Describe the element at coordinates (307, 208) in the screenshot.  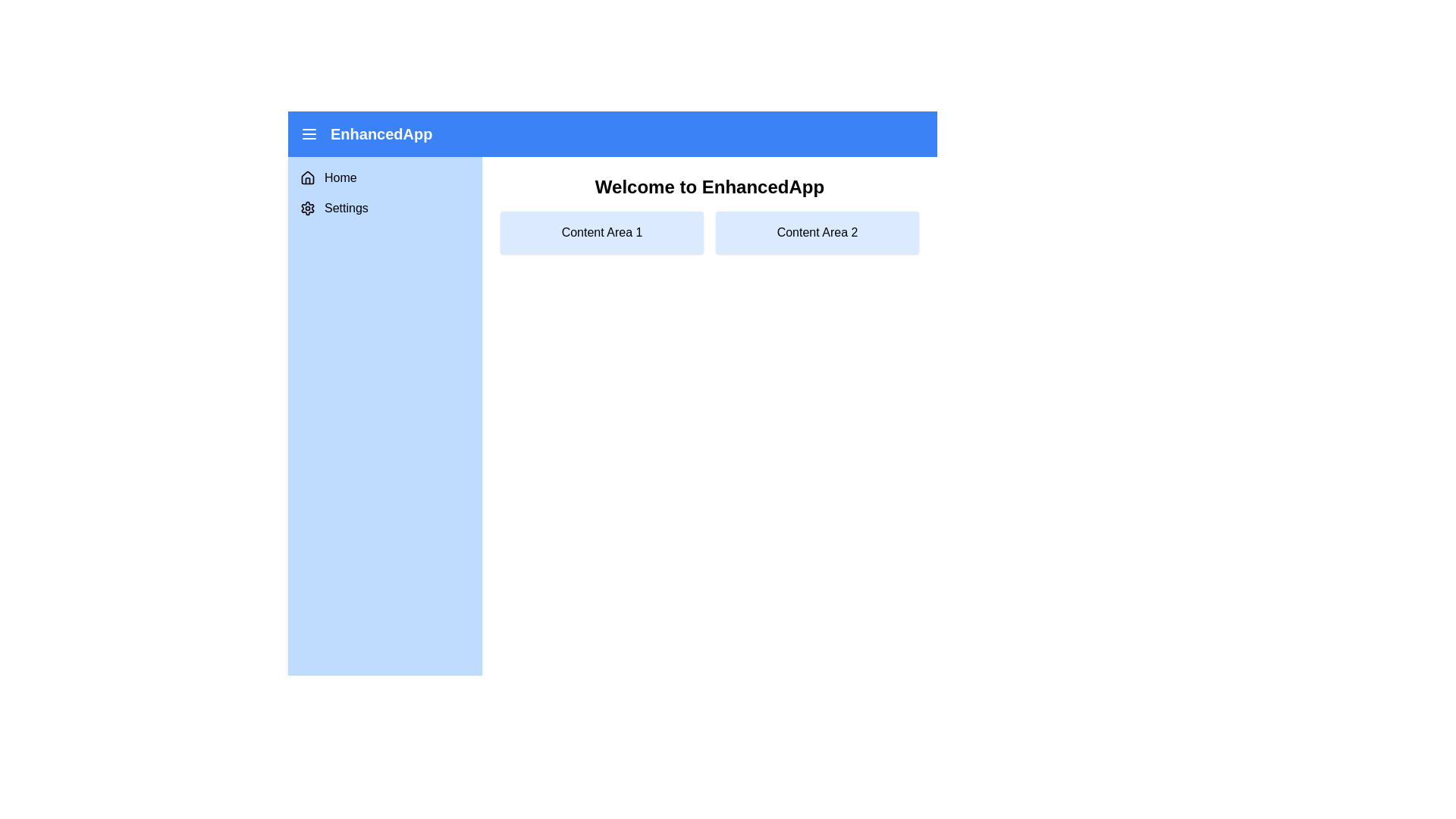
I see `the Settings icon button located in the left sidebar` at that location.